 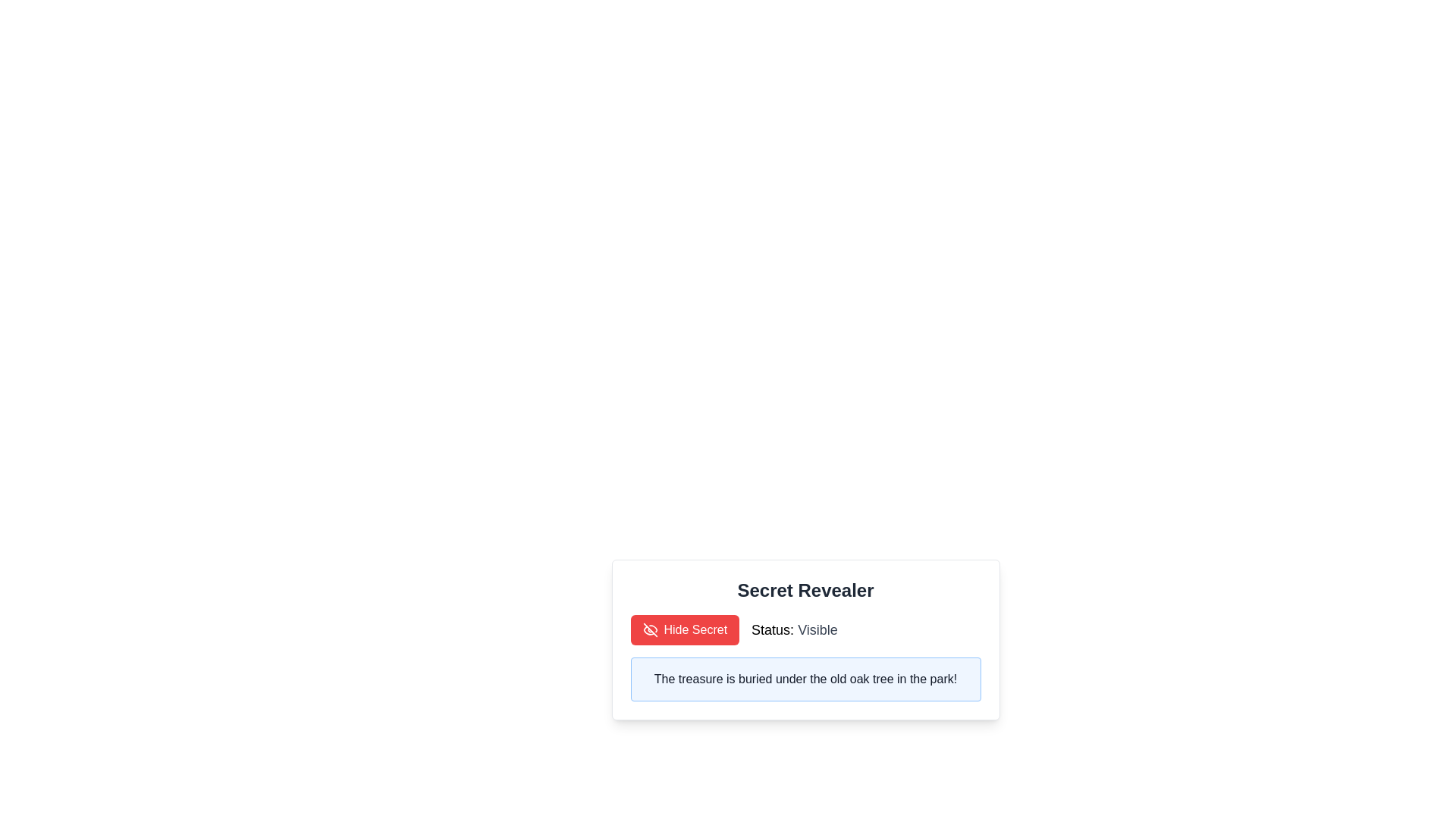 I want to click on the button located to the left of the text 'Status: Visible' to hide the secret information displayed on the interface, so click(x=684, y=629).